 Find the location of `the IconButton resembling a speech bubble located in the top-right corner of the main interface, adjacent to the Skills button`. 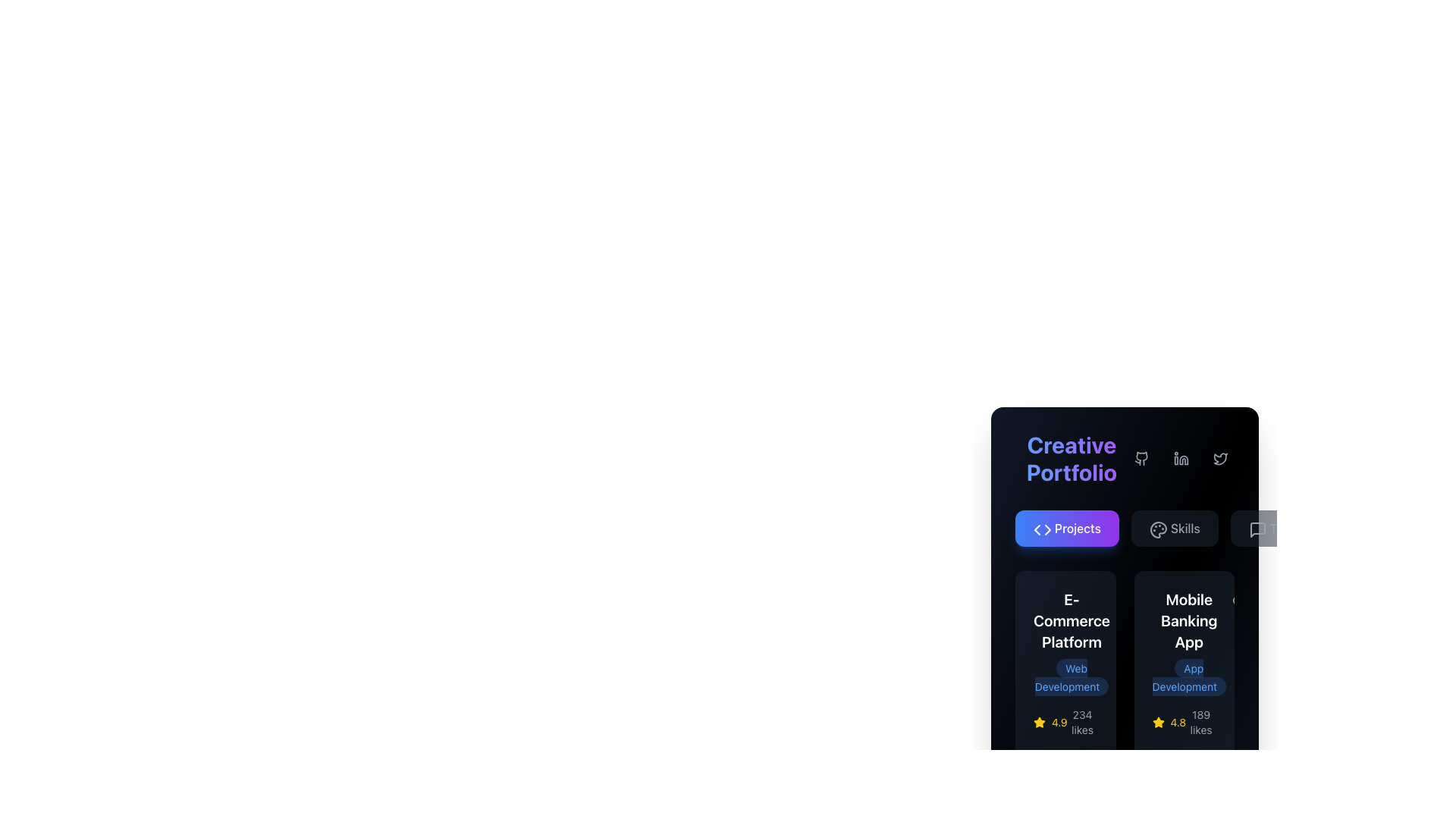

the IconButton resembling a speech bubble located in the top-right corner of the main interface, adjacent to the Skills button is located at coordinates (1257, 529).